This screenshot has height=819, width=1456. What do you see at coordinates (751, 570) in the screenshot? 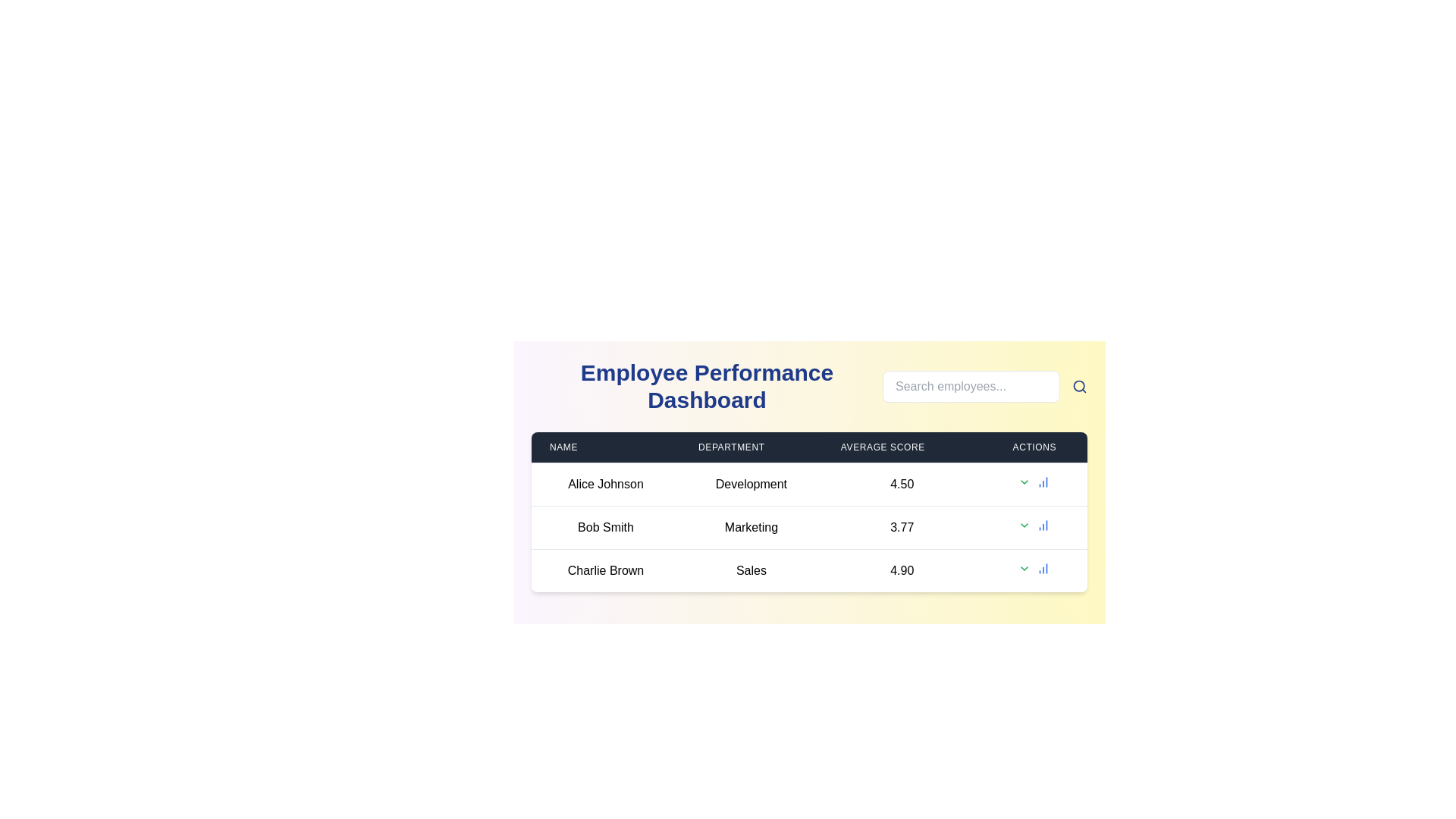
I see `the table cell displaying the text 'Sales' in the 'DEPARTMENT' column of the 'Employee Performance Dashboard' table` at bounding box center [751, 570].